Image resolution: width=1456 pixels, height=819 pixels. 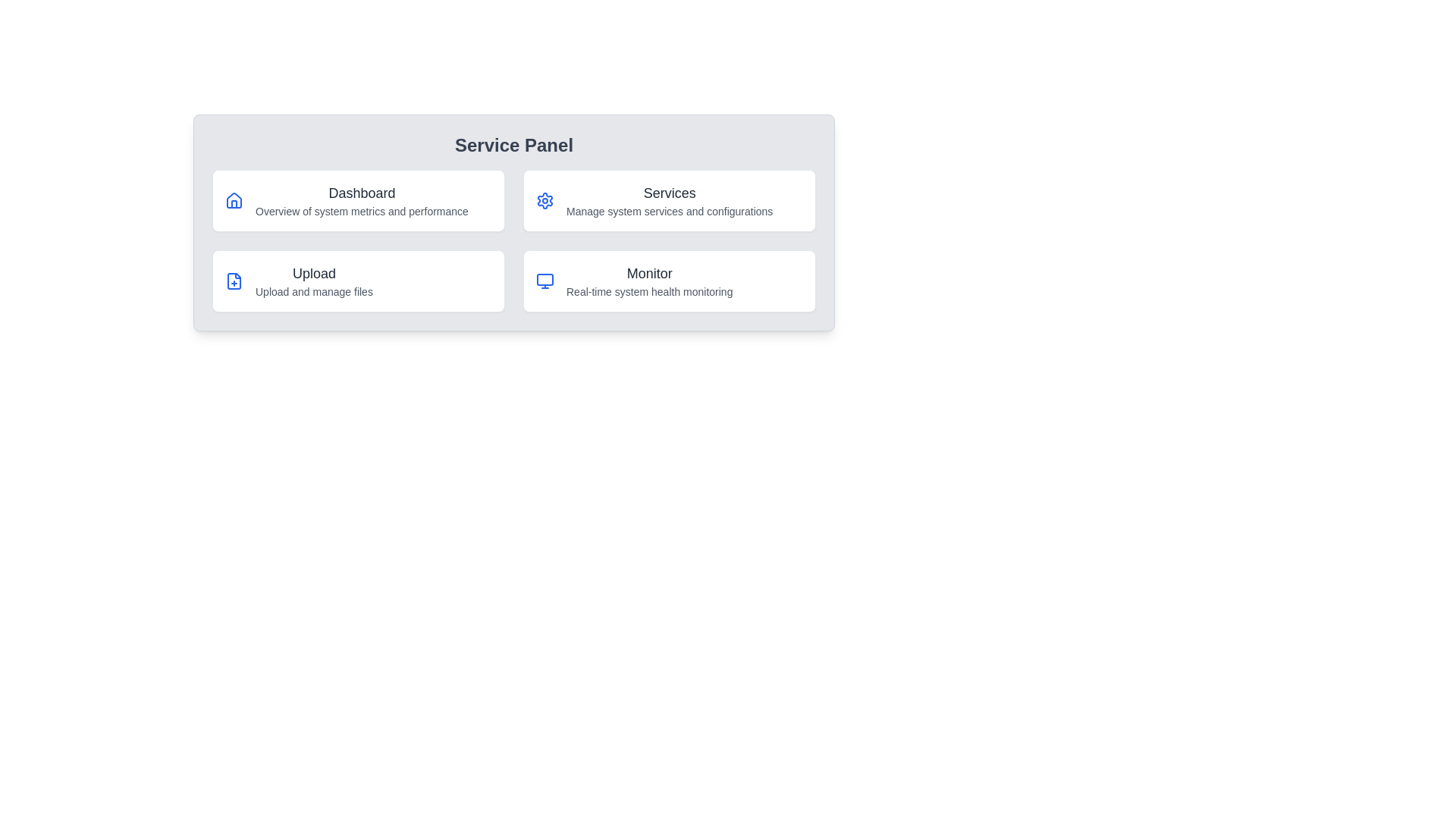 What do you see at coordinates (358, 281) in the screenshot?
I see `the 'Upload' card, which is a rectangular card with a white background, light gray border, bold title 'Upload', and subtitle 'Upload and manage files', located` at bounding box center [358, 281].